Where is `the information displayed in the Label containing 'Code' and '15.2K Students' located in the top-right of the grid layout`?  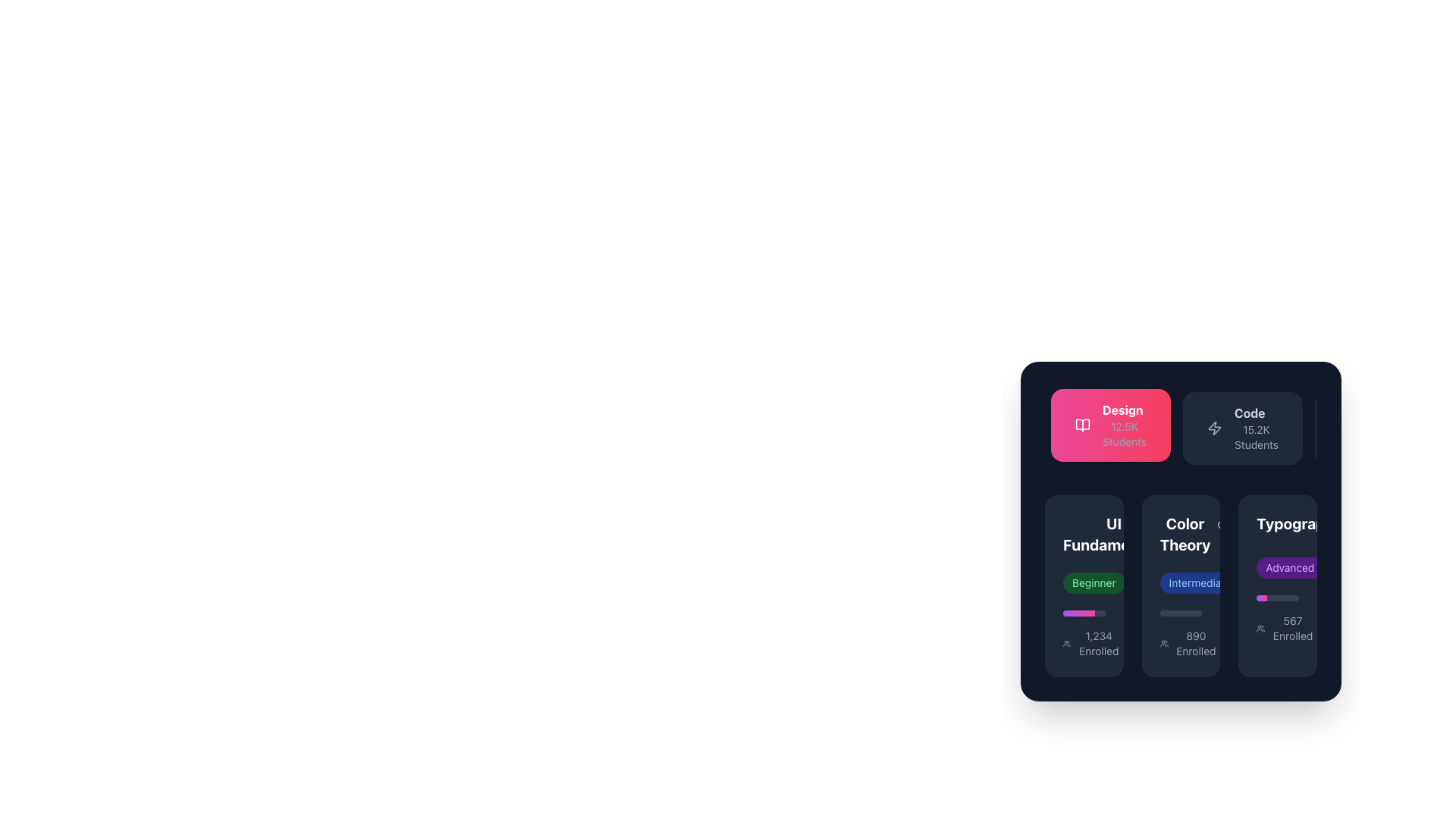
the information displayed in the Label containing 'Code' and '15.2K Students' located in the top-right of the grid layout is located at coordinates (1256, 428).